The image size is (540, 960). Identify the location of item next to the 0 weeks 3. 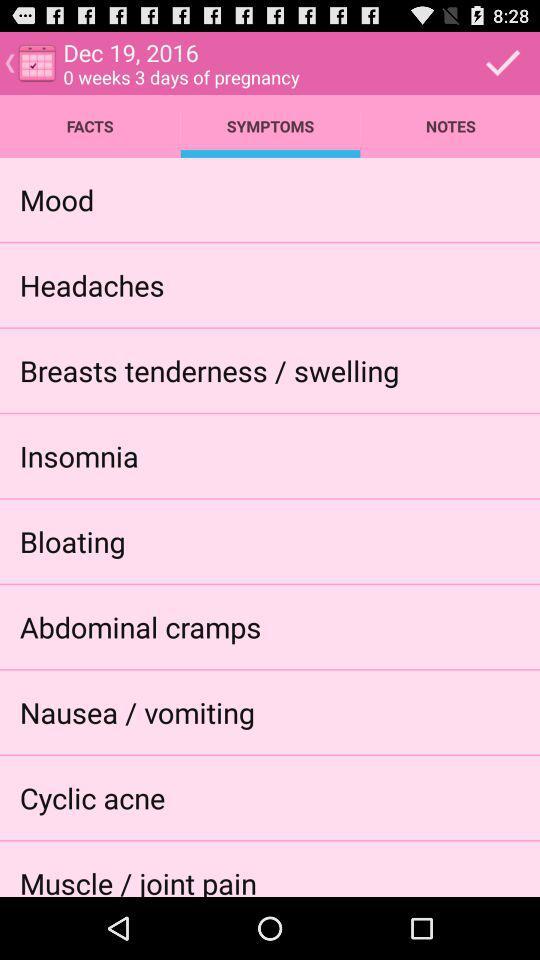
(502, 62).